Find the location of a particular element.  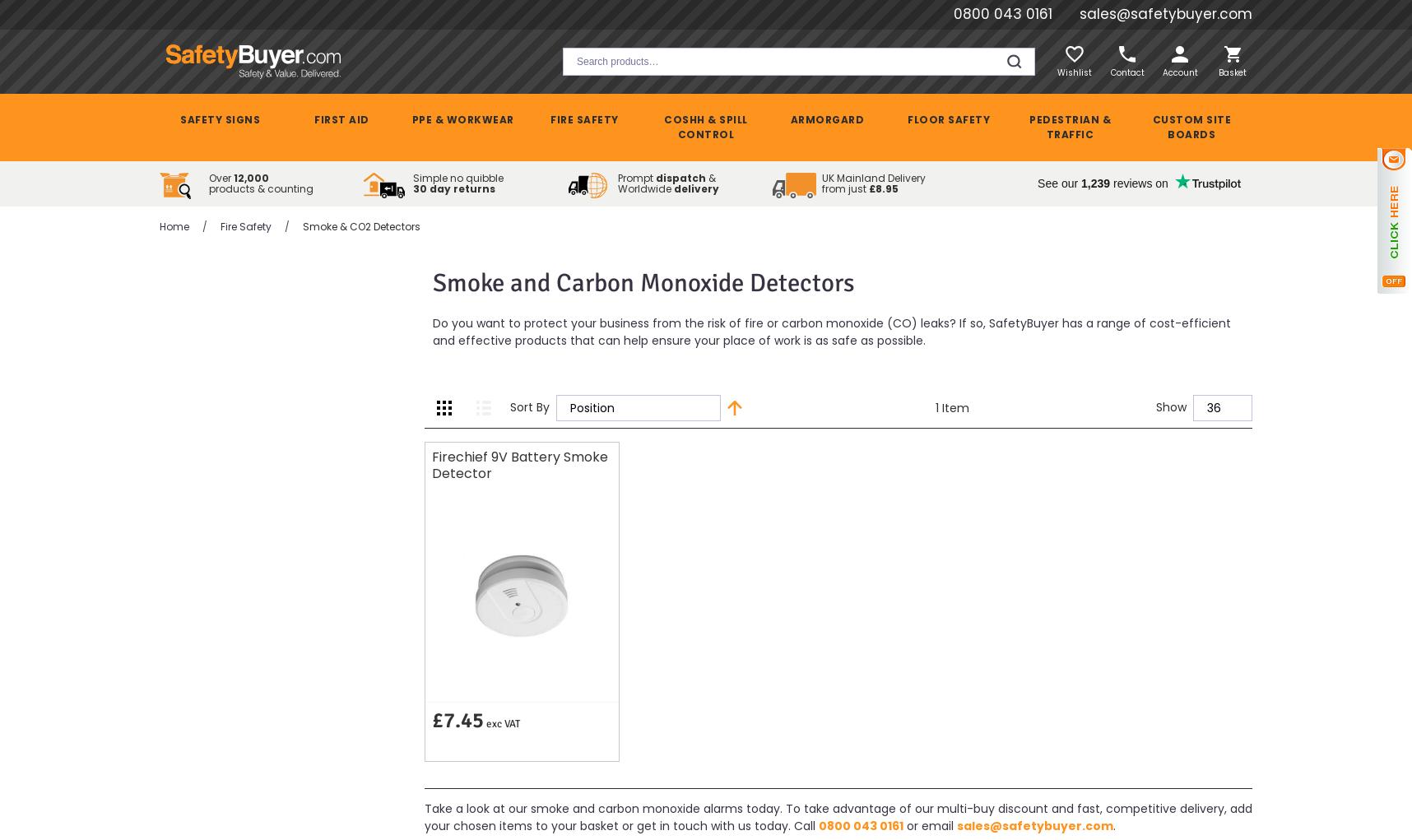

'Wishlist' is located at coordinates (1074, 71).